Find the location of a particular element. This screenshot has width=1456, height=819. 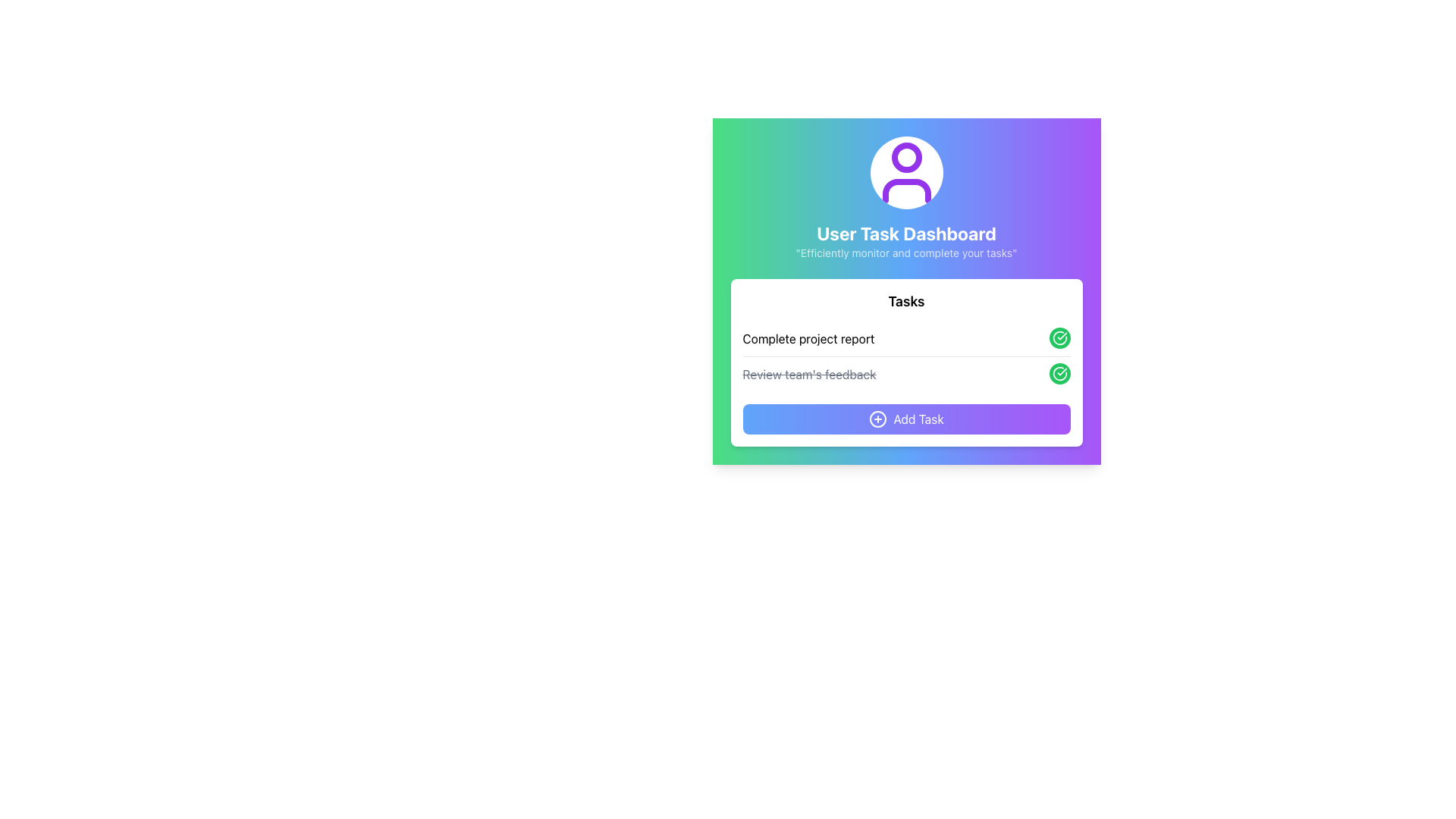

the confirmation button located in the 'Tasks' section of the user dashboard, which aligns with the 'Review team's feedback' entry in the second row is located at coordinates (1059, 374).